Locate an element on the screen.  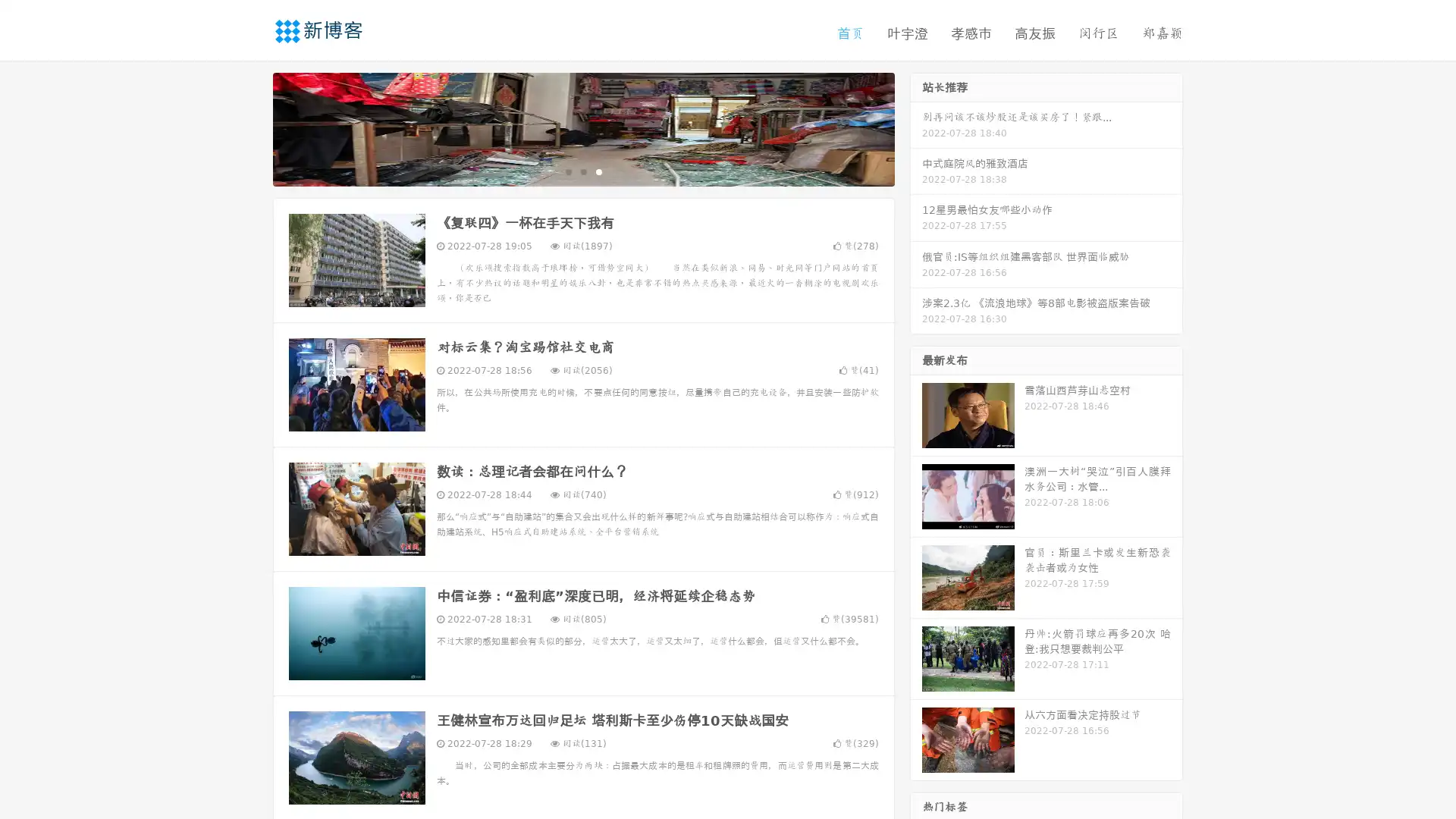
Go to slide 3 is located at coordinates (598, 171).